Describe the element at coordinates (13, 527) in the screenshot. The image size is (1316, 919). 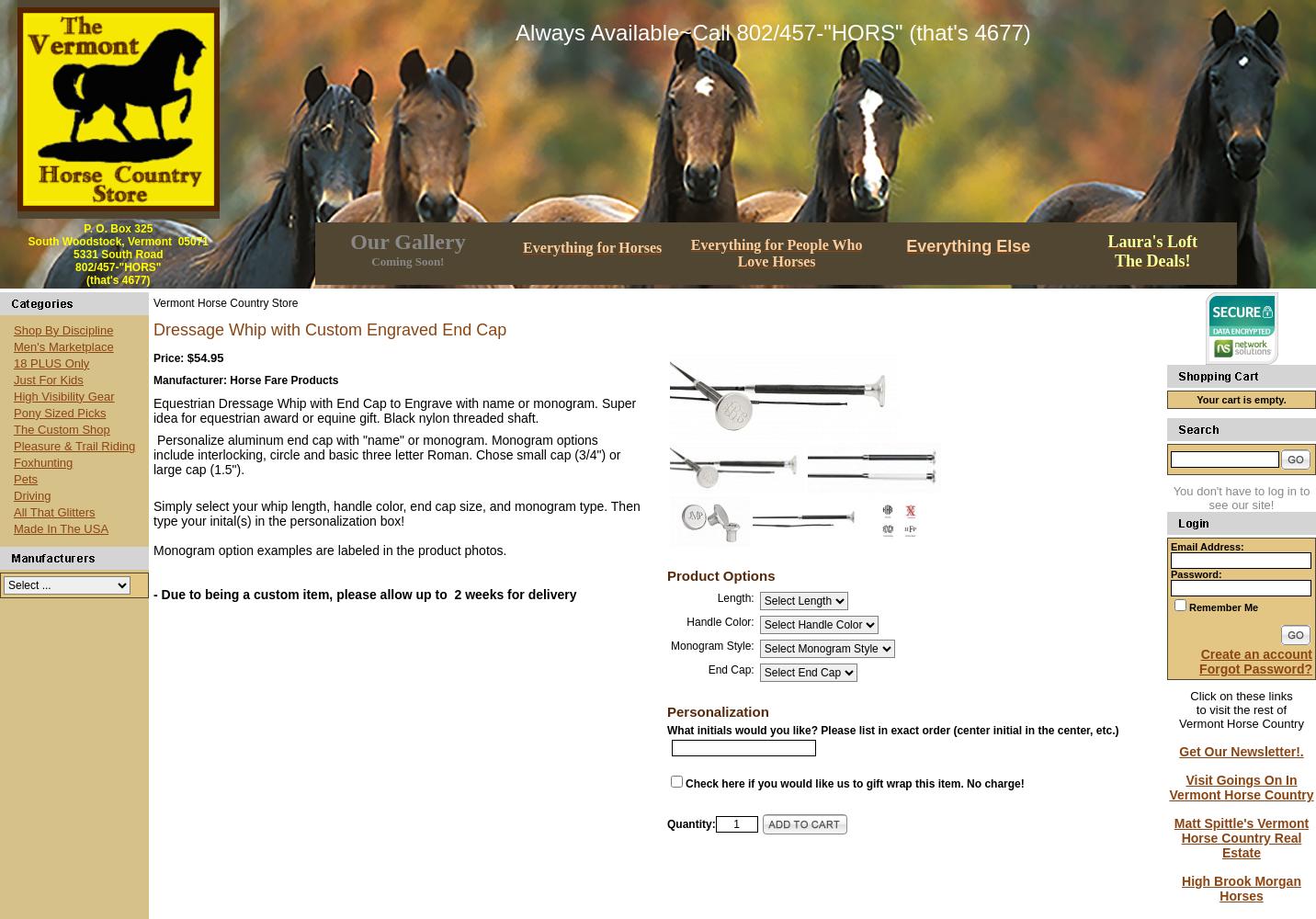
I see `'Made In The USA'` at that location.